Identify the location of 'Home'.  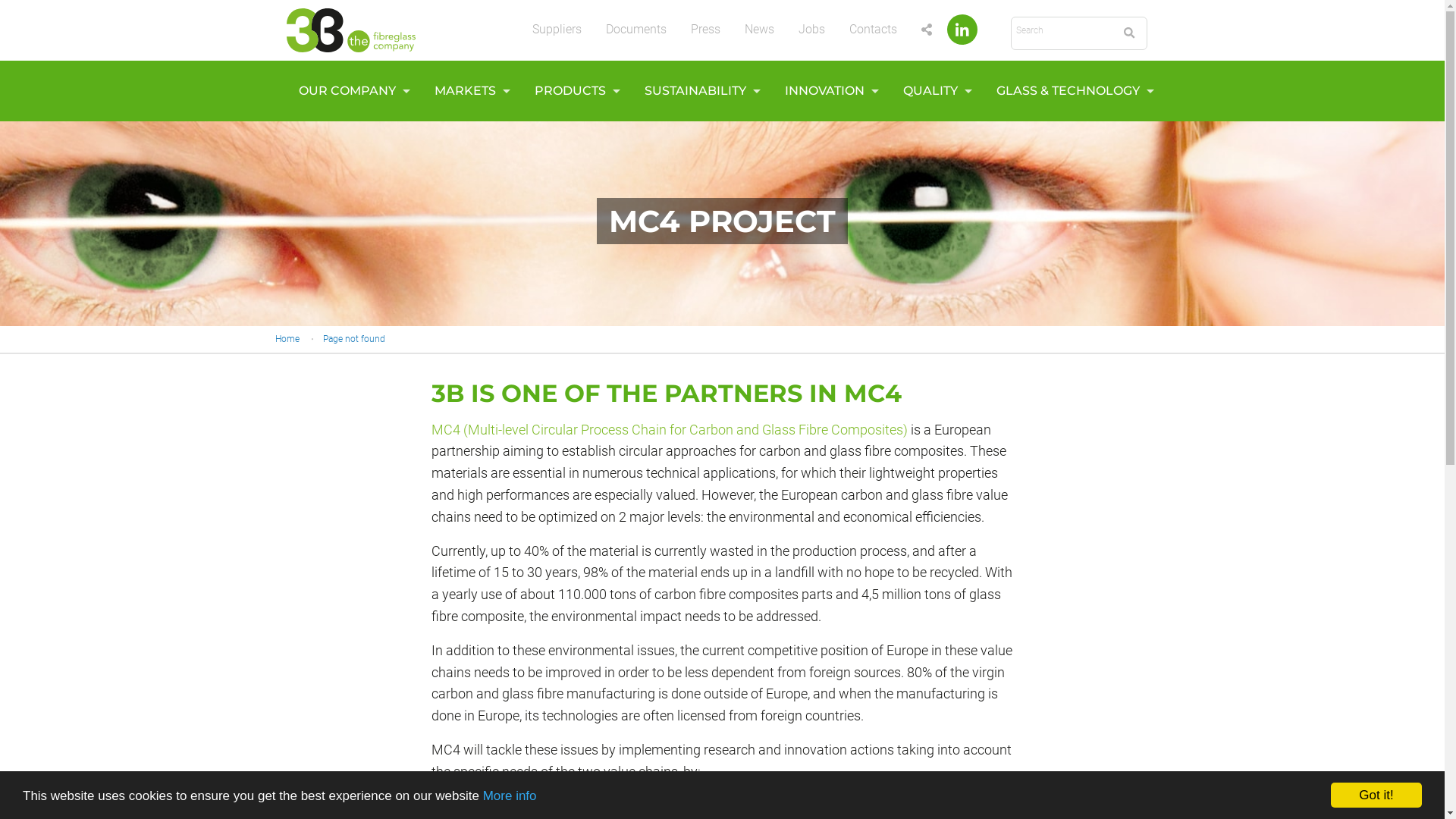
(287, 338).